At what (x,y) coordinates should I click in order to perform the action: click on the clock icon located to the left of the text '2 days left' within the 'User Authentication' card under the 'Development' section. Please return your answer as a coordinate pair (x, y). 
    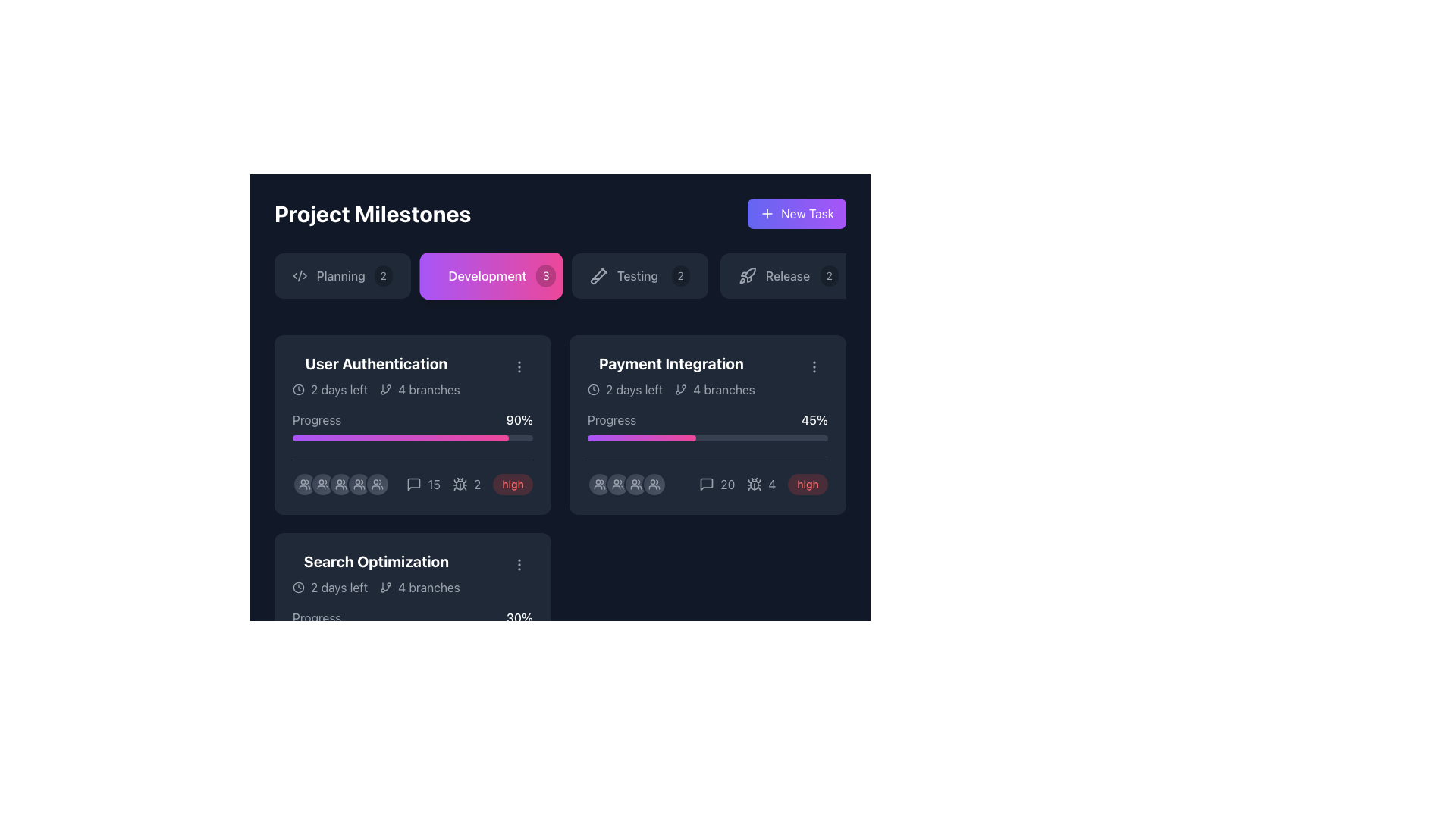
    Looking at the image, I should click on (298, 388).